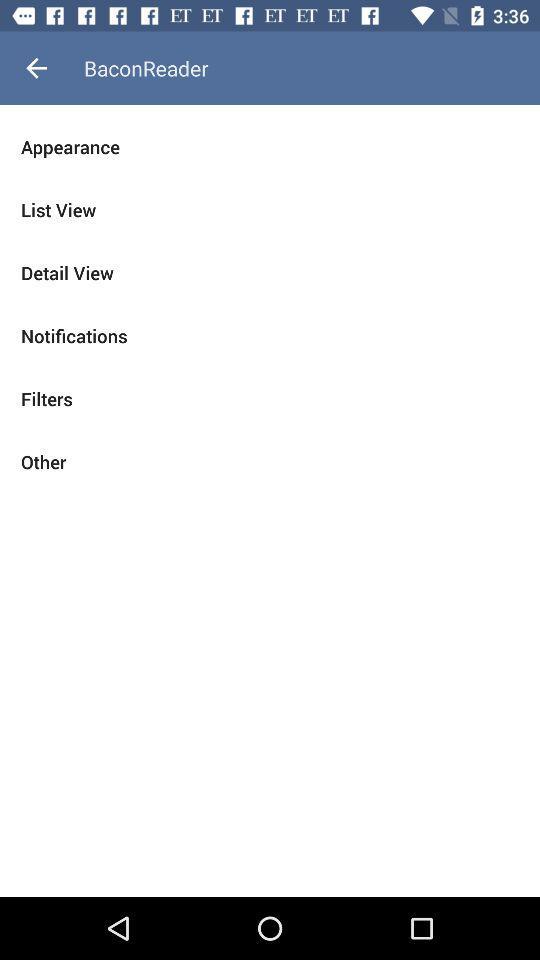 This screenshot has width=540, height=960. What do you see at coordinates (270, 336) in the screenshot?
I see `the icon above the filters item` at bounding box center [270, 336].